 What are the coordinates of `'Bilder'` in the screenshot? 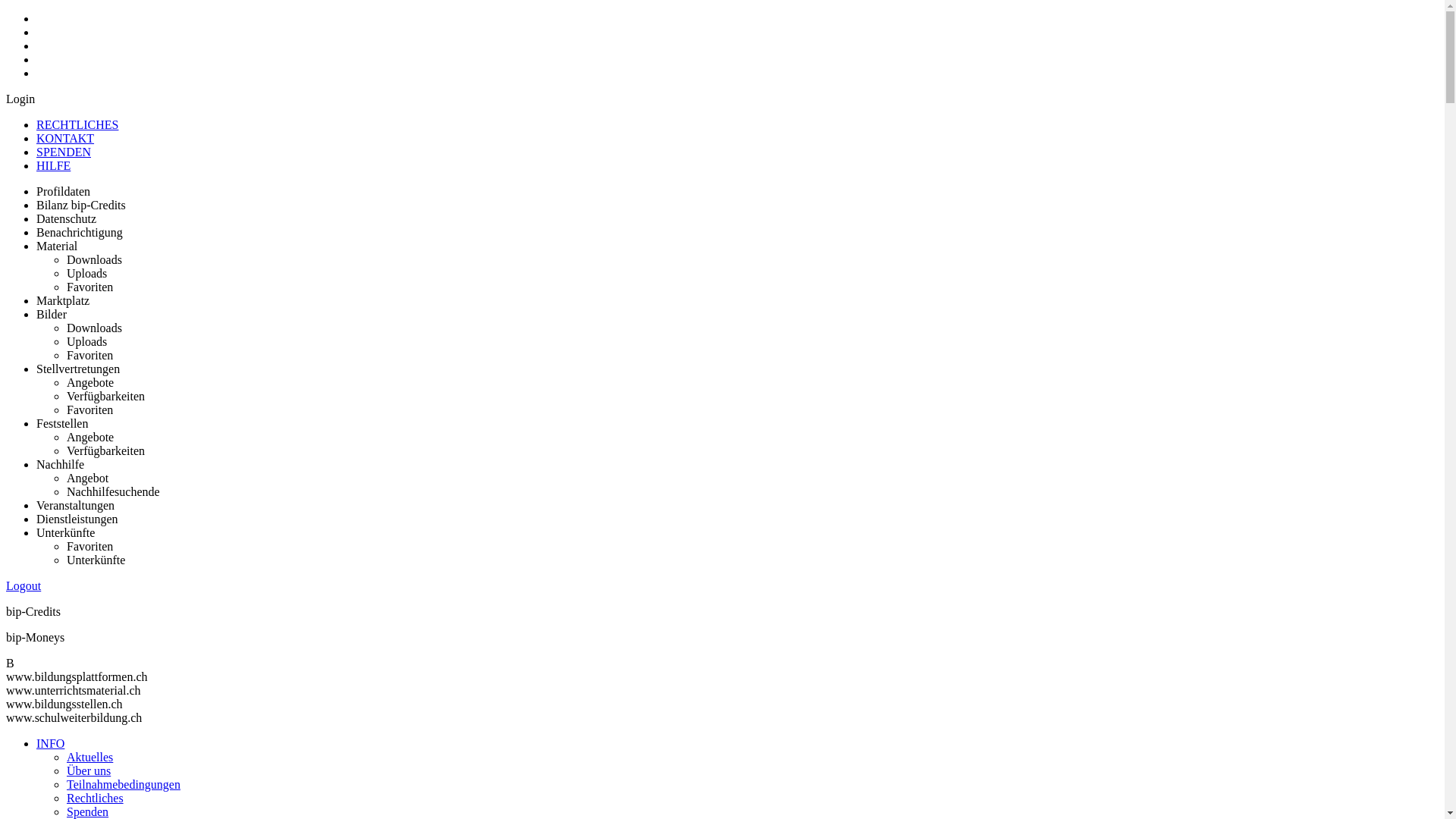 It's located at (51, 313).